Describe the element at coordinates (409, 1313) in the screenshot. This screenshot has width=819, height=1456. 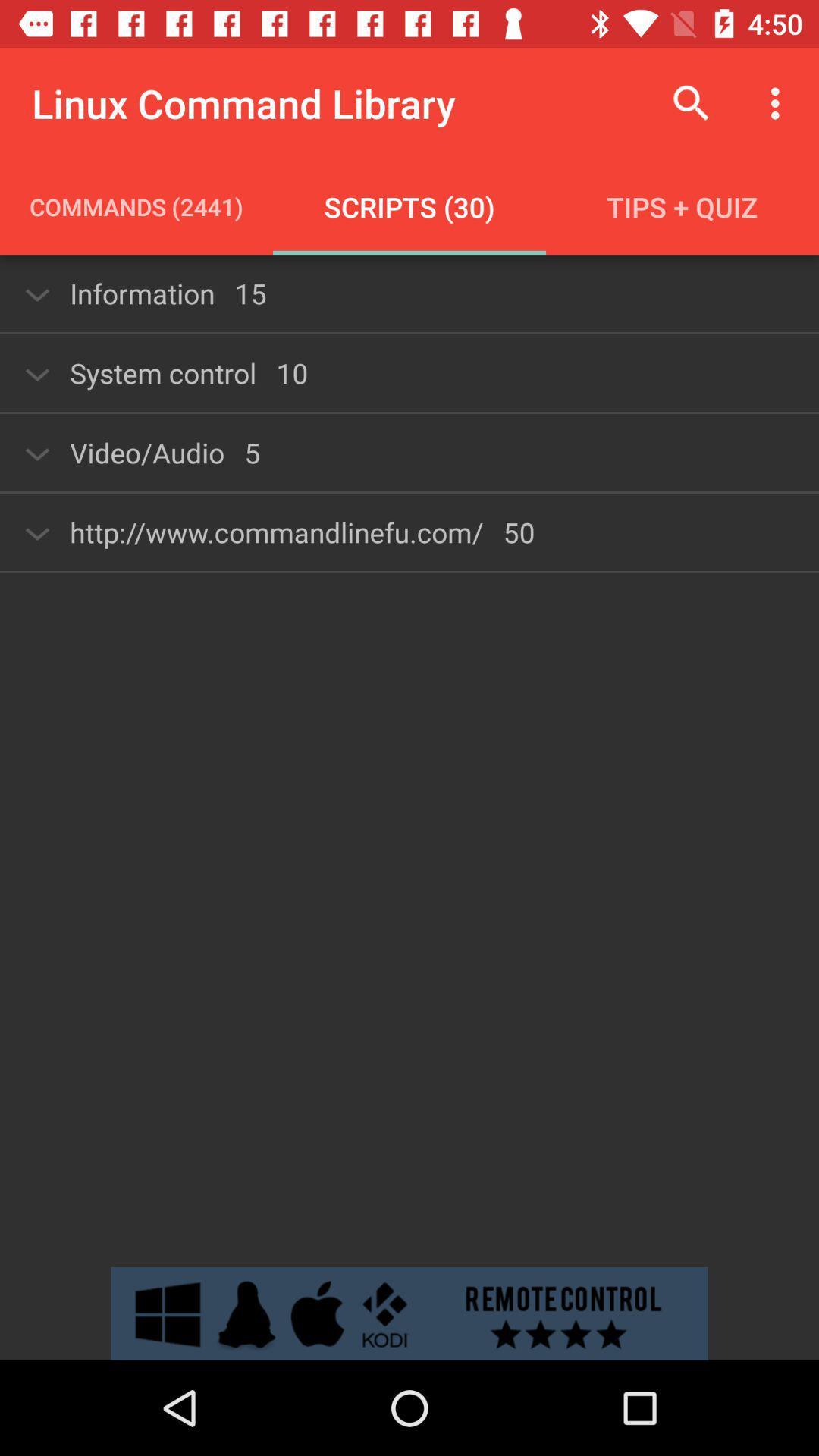
I see `compatability` at that location.